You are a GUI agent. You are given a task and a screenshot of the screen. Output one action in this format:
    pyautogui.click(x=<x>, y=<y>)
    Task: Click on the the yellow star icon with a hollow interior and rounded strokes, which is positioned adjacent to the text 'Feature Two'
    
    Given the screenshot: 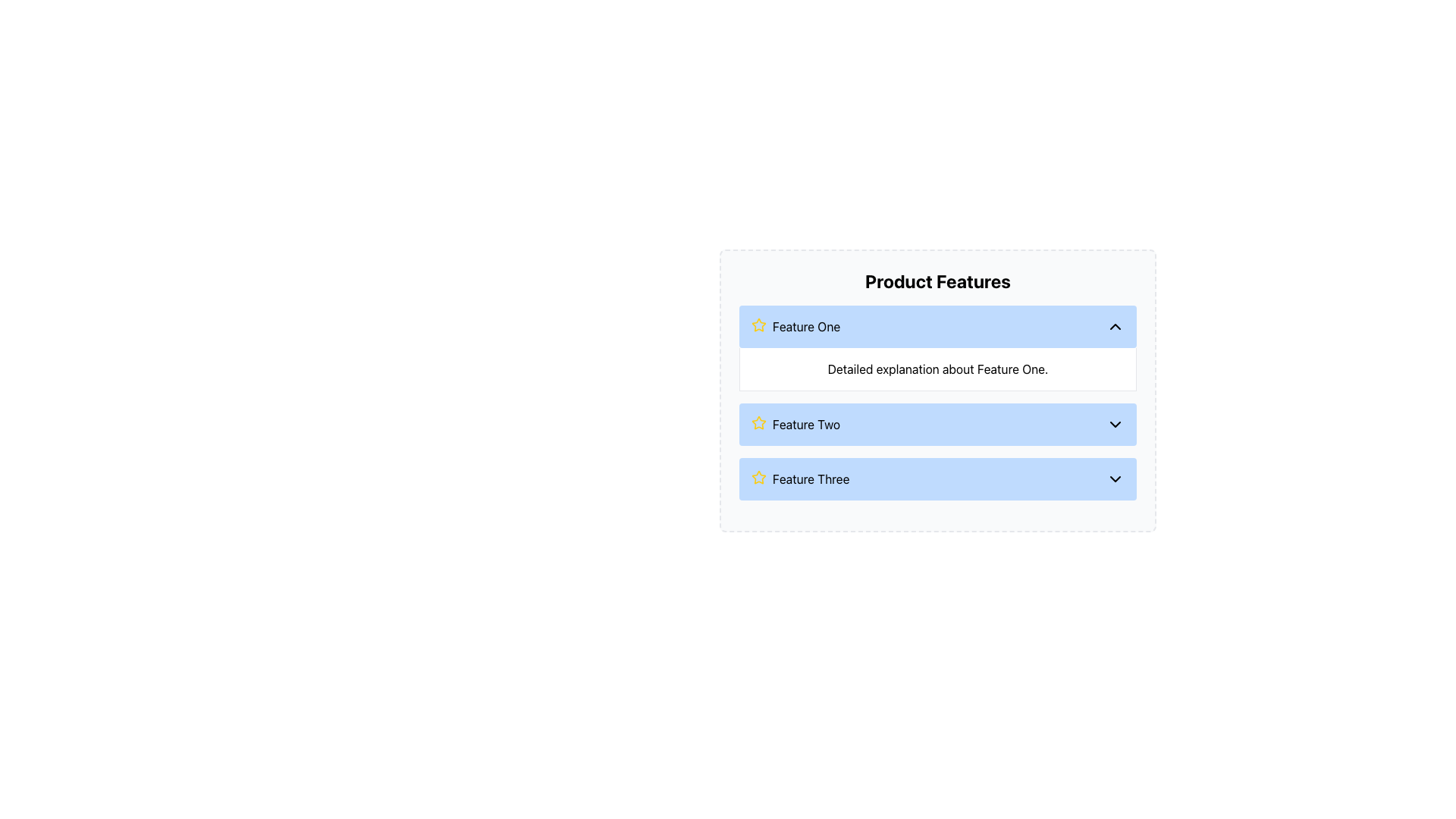 What is the action you would take?
    pyautogui.click(x=759, y=423)
    